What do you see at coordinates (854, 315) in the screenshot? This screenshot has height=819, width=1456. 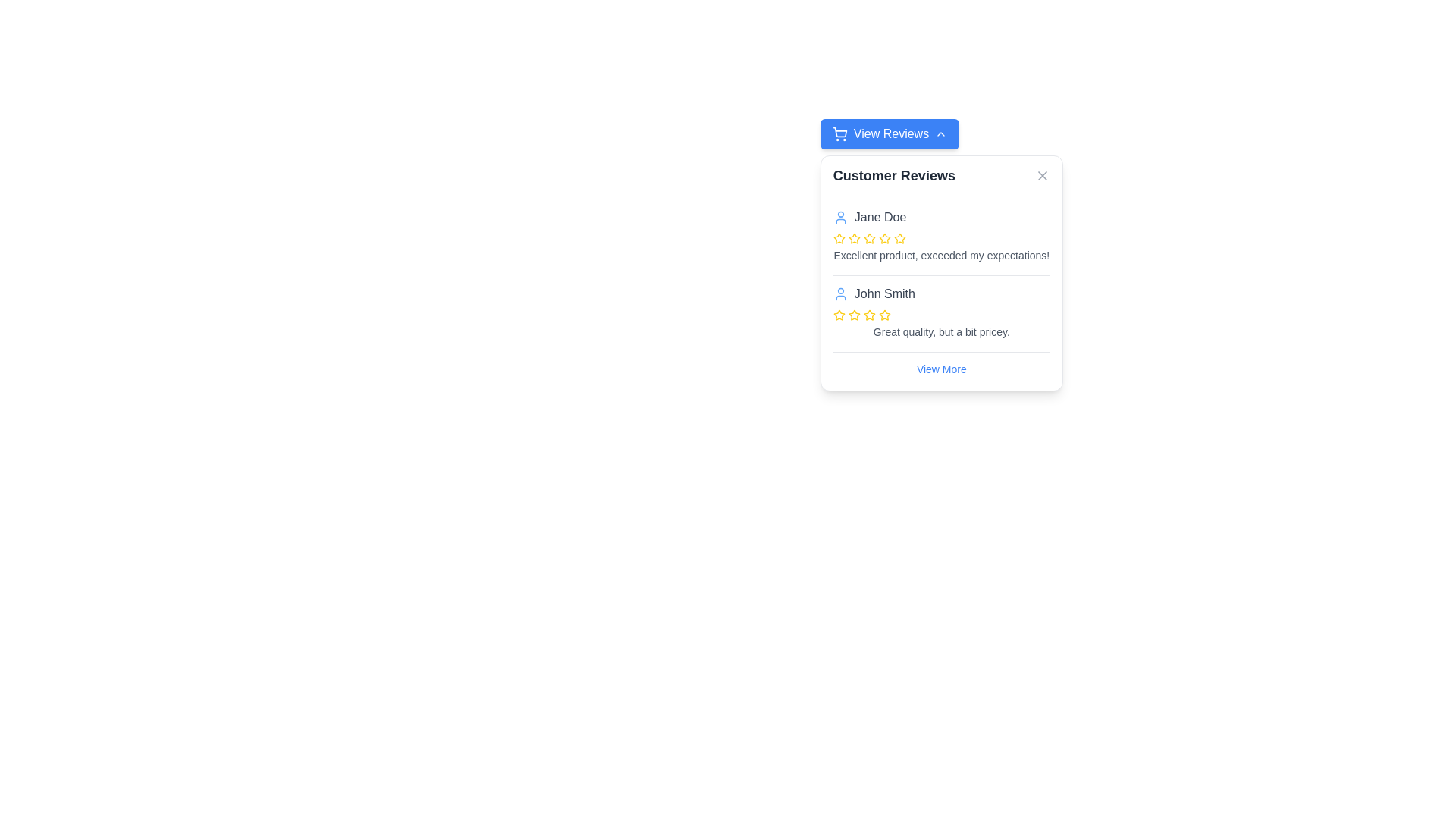 I see `the third star icon in the rating system located in the review section under the name 'John Smith'` at bounding box center [854, 315].